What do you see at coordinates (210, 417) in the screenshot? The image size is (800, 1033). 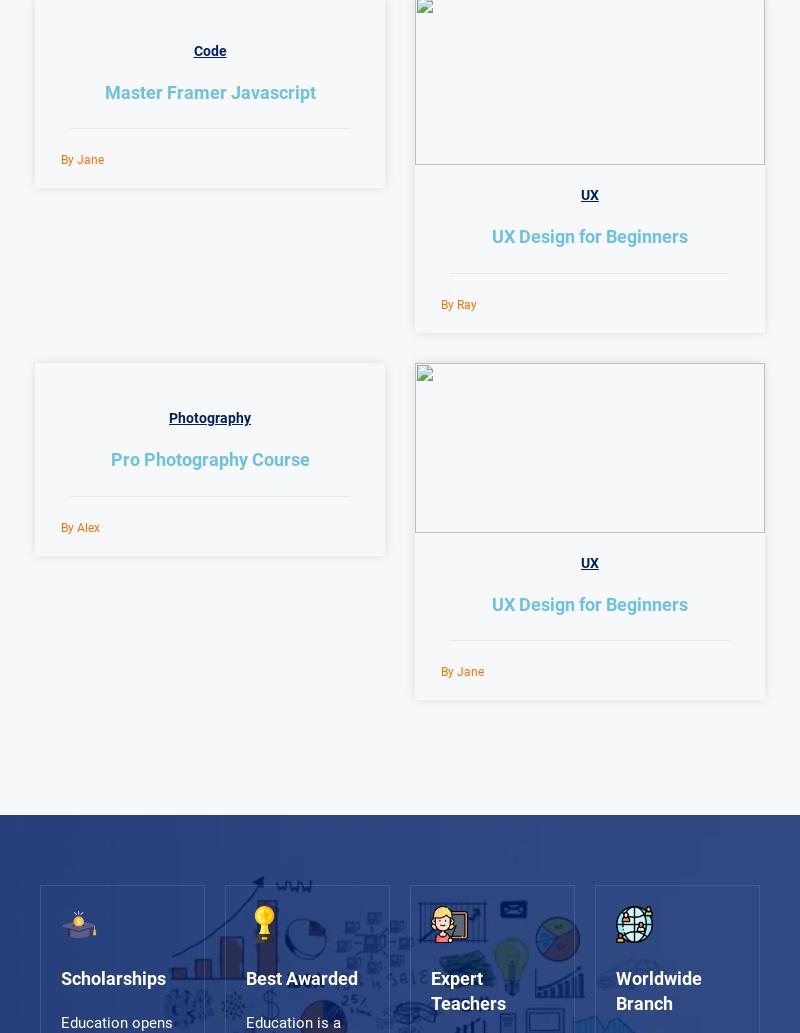 I see `'Photography'` at bounding box center [210, 417].